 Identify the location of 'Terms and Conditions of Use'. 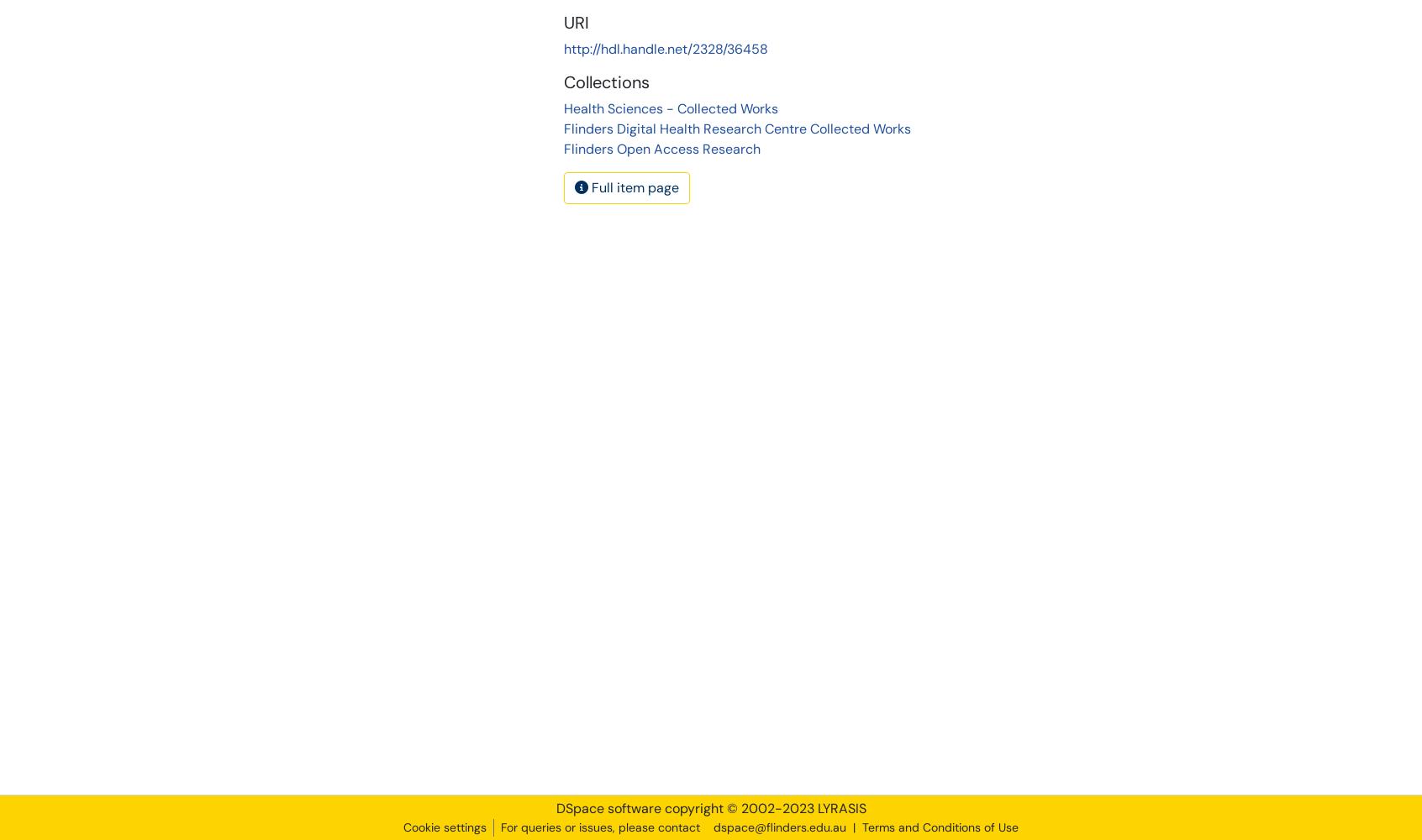
(940, 827).